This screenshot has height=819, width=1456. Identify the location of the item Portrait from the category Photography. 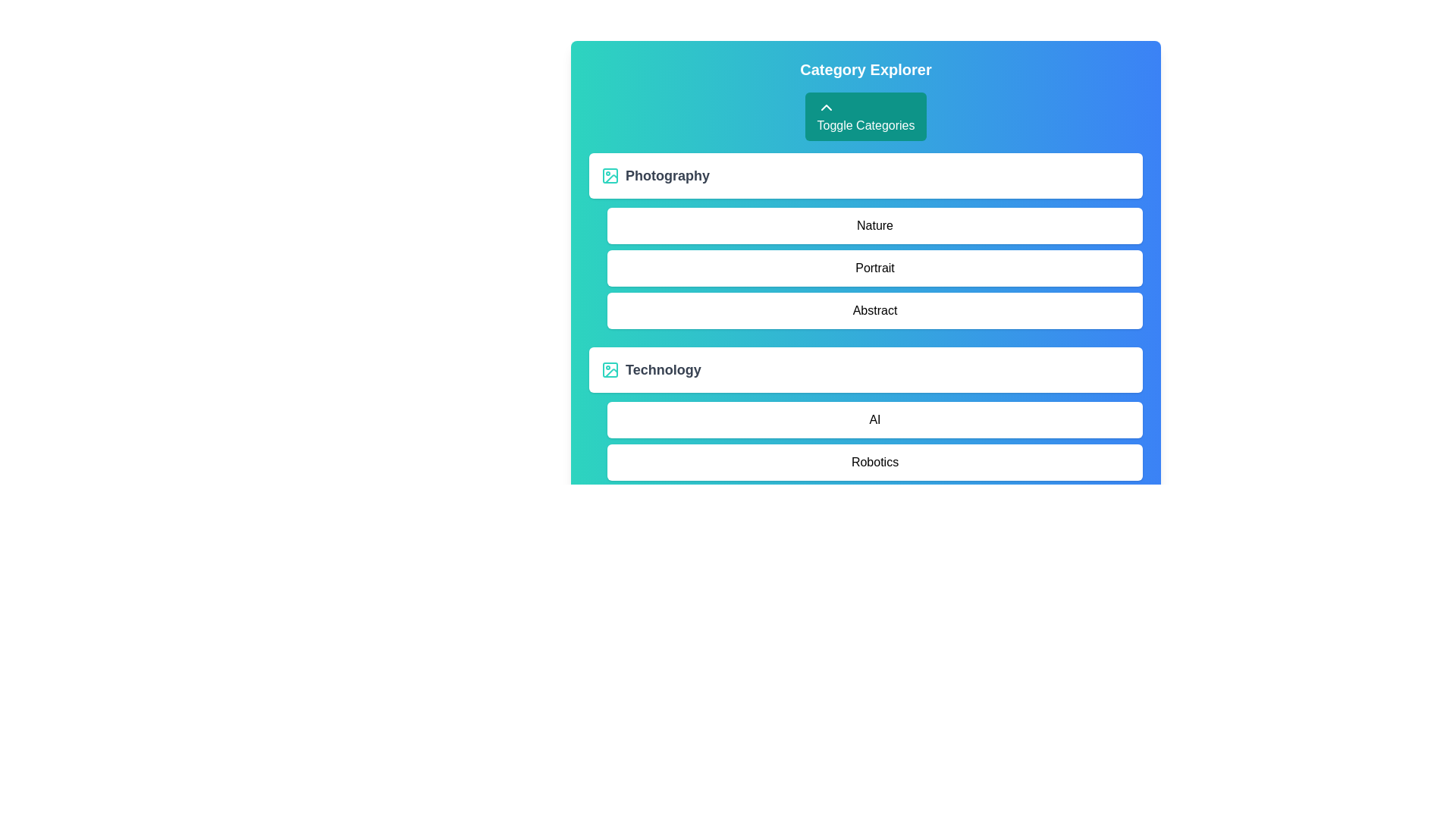
(874, 268).